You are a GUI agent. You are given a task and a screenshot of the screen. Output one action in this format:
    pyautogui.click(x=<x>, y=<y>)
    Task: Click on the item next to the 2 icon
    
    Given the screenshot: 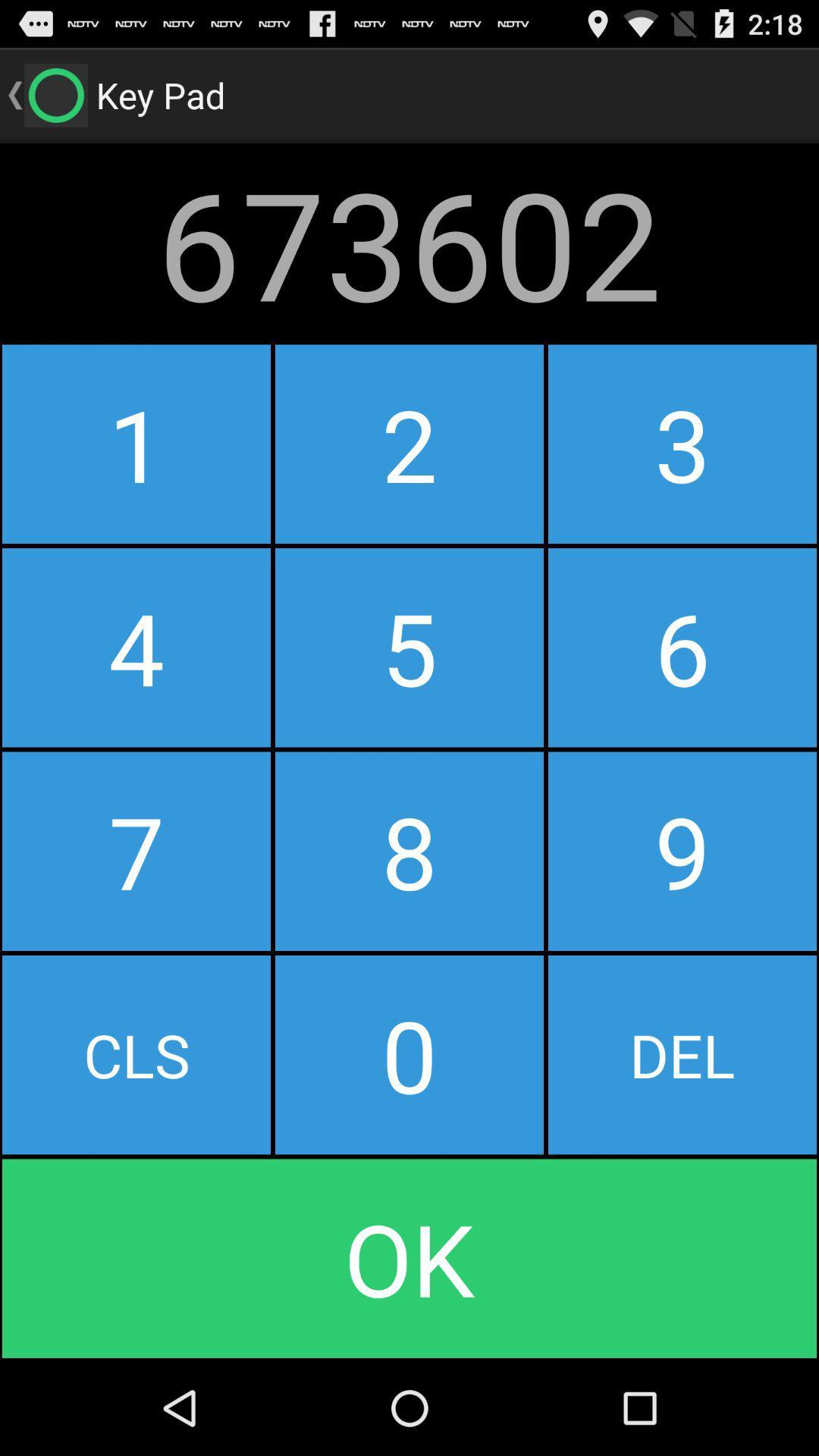 What is the action you would take?
    pyautogui.click(x=136, y=648)
    